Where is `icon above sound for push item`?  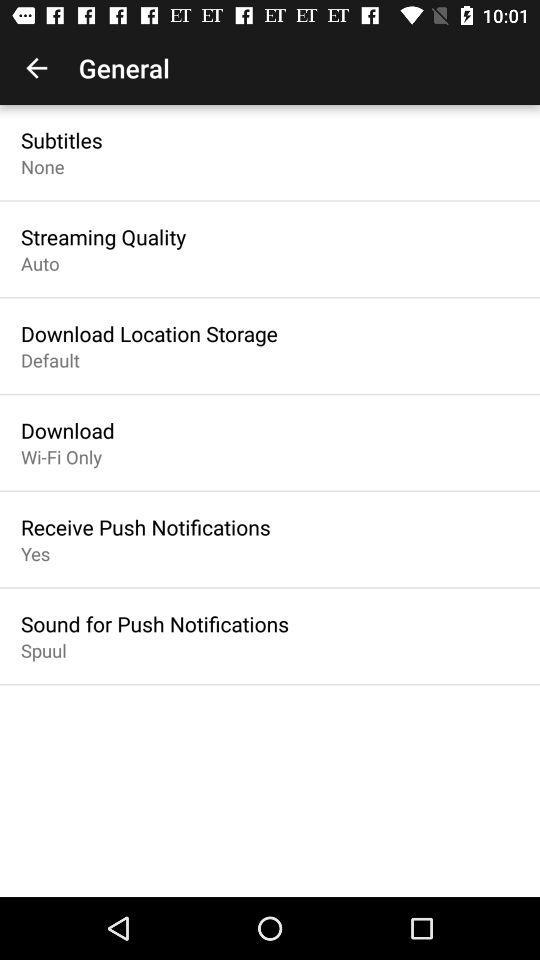
icon above sound for push item is located at coordinates (35, 553).